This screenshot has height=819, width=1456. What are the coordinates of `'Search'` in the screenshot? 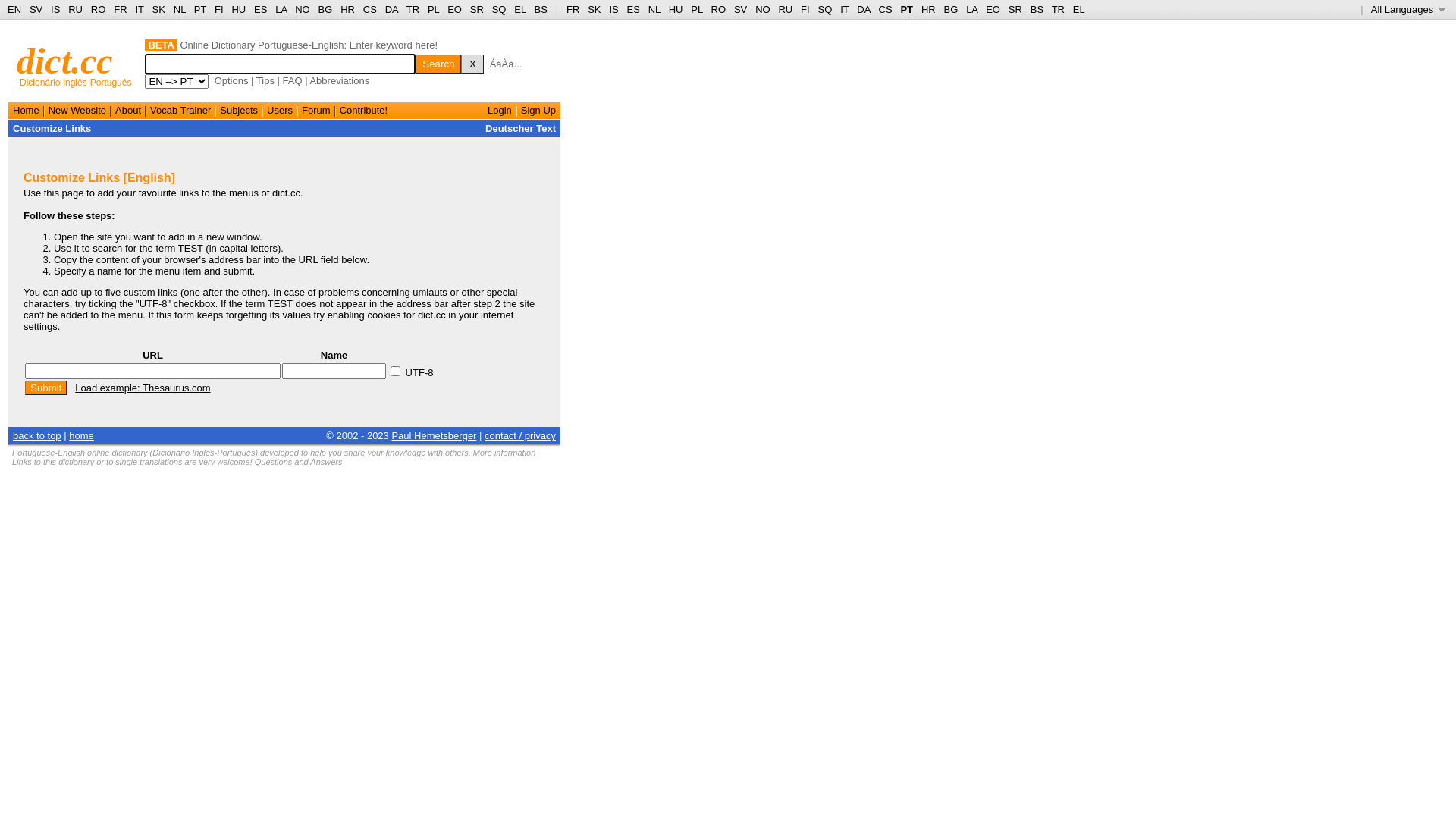 It's located at (437, 63).